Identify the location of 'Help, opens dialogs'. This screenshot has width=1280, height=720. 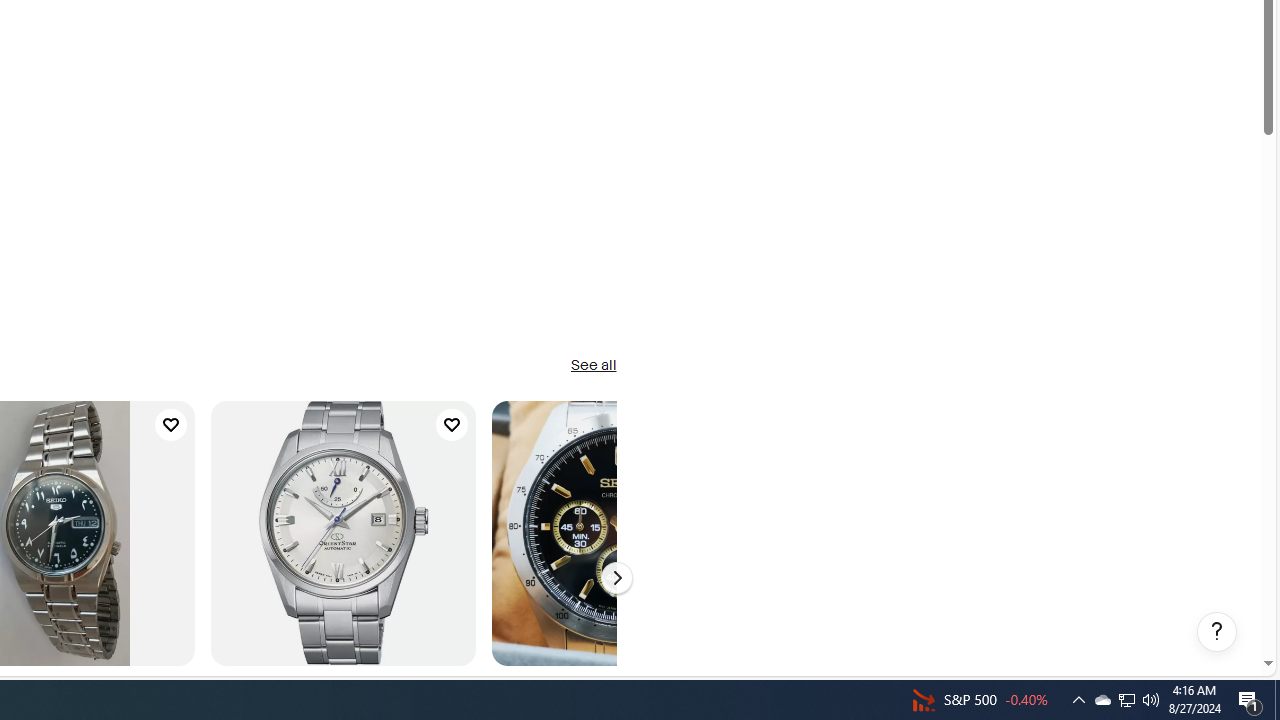
(1216, 632).